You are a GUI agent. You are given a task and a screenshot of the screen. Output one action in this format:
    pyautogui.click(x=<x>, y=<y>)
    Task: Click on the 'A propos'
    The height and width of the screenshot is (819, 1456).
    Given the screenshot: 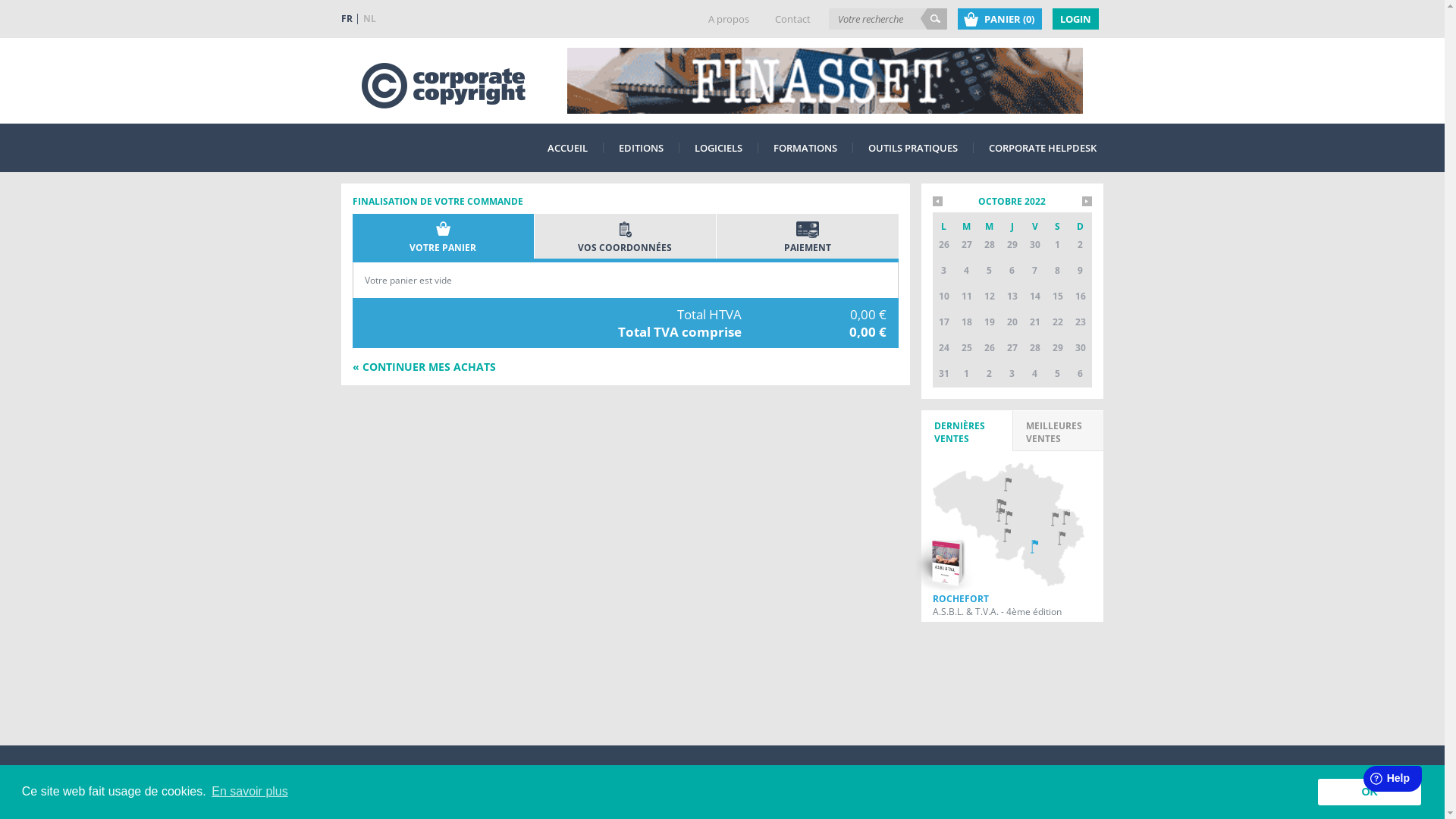 What is the action you would take?
    pyautogui.click(x=728, y=18)
    